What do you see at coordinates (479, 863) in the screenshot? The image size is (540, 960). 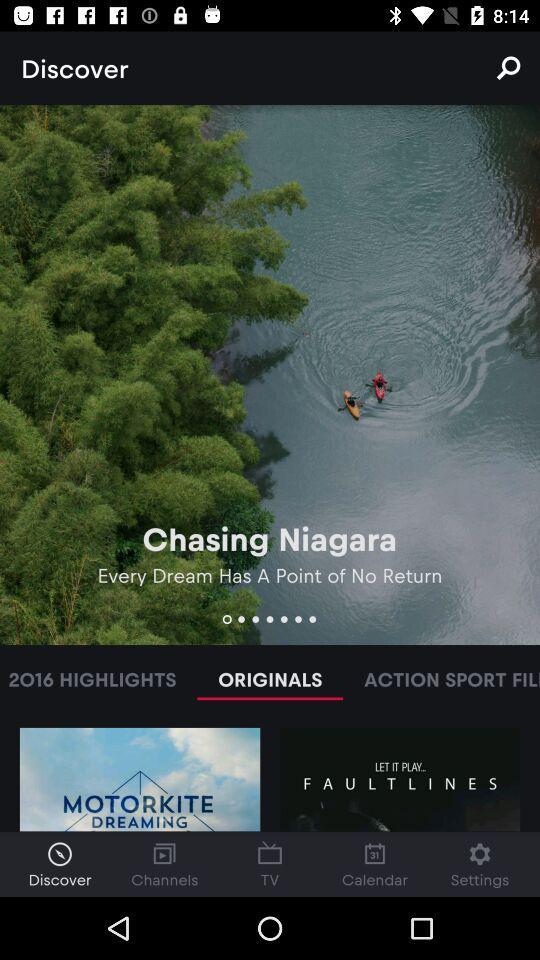 I see `settings` at bounding box center [479, 863].